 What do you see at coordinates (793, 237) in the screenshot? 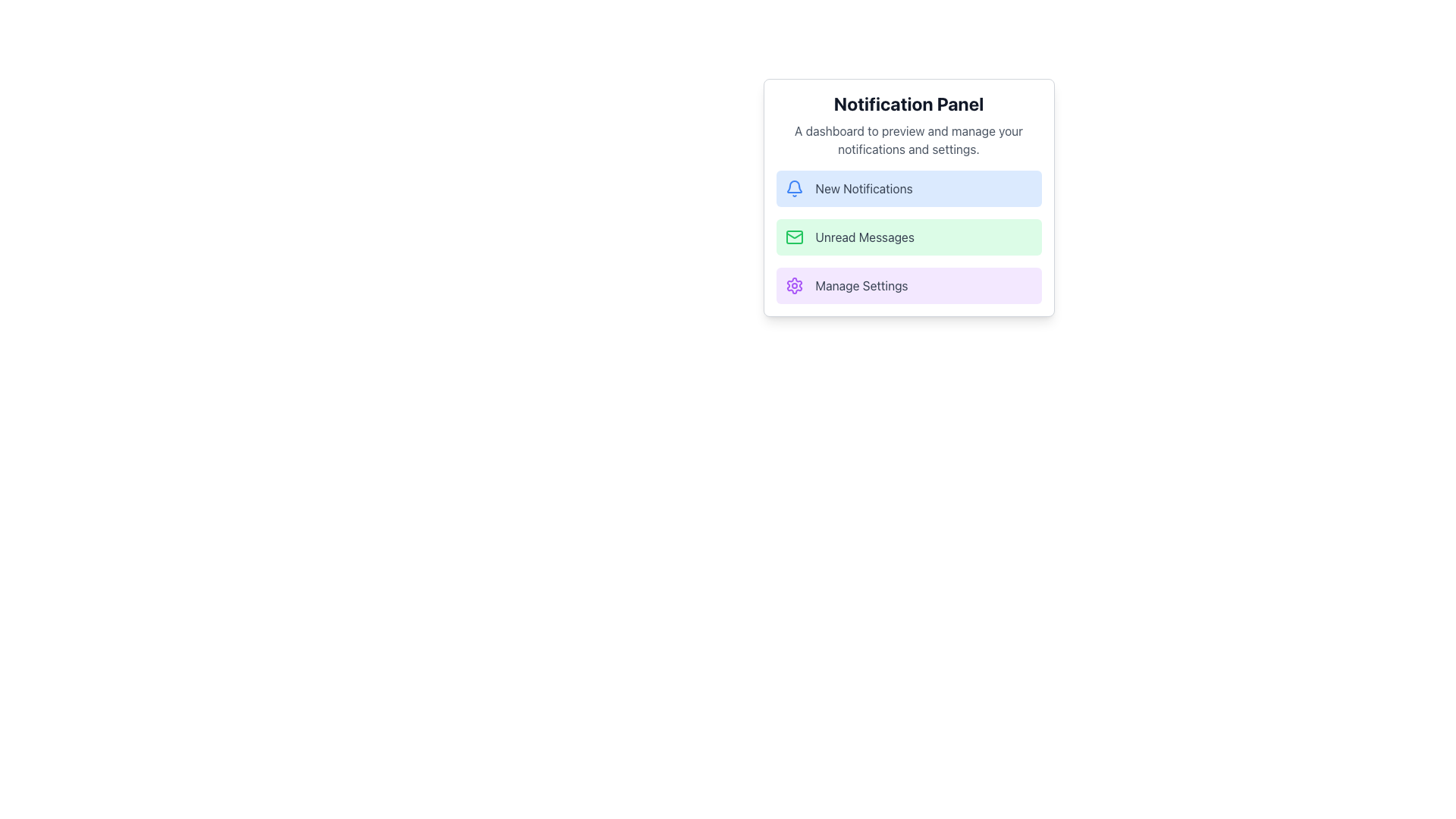
I see `the small green-colored mail envelope icon located adjacent to the text 'Unread Messages' in the green-highlighted section of the notification panel` at bounding box center [793, 237].